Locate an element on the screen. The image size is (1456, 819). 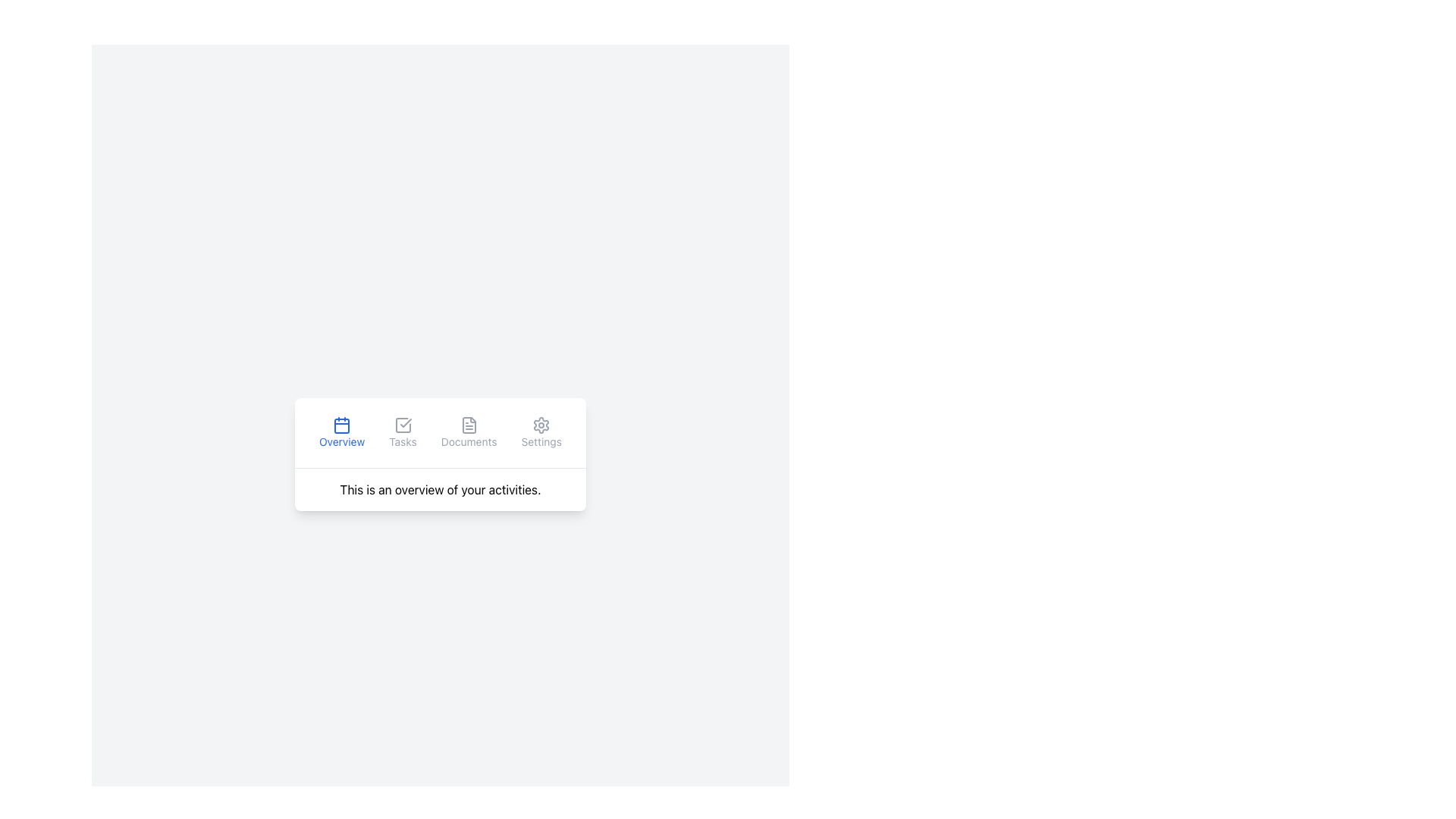
the 'Overview' button in the horizontal navigation group is located at coordinates (341, 432).